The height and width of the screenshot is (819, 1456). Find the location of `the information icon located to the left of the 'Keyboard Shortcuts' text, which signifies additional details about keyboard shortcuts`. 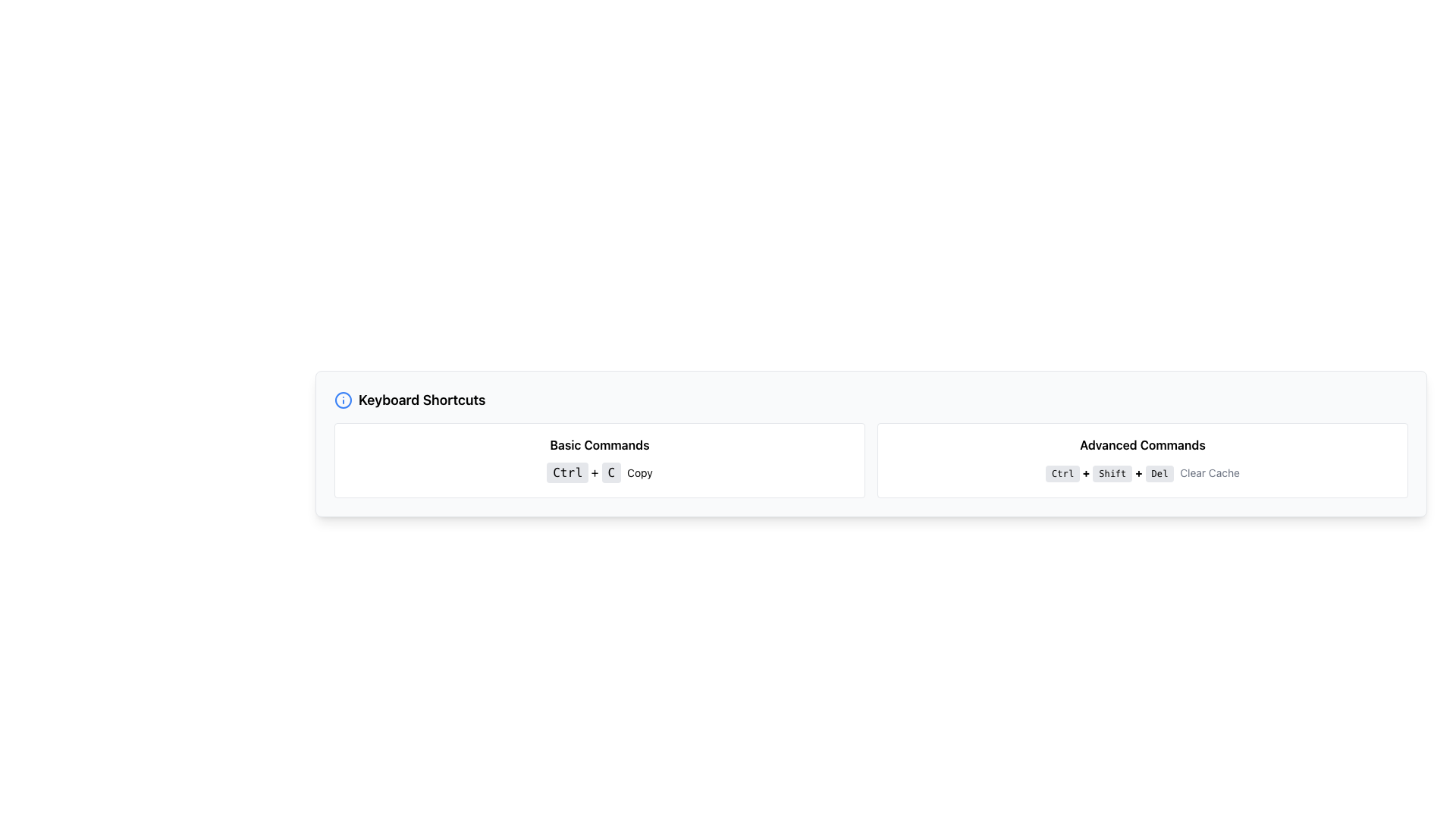

the information icon located to the left of the 'Keyboard Shortcuts' text, which signifies additional details about keyboard shortcuts is located at coordinates (342, 400).